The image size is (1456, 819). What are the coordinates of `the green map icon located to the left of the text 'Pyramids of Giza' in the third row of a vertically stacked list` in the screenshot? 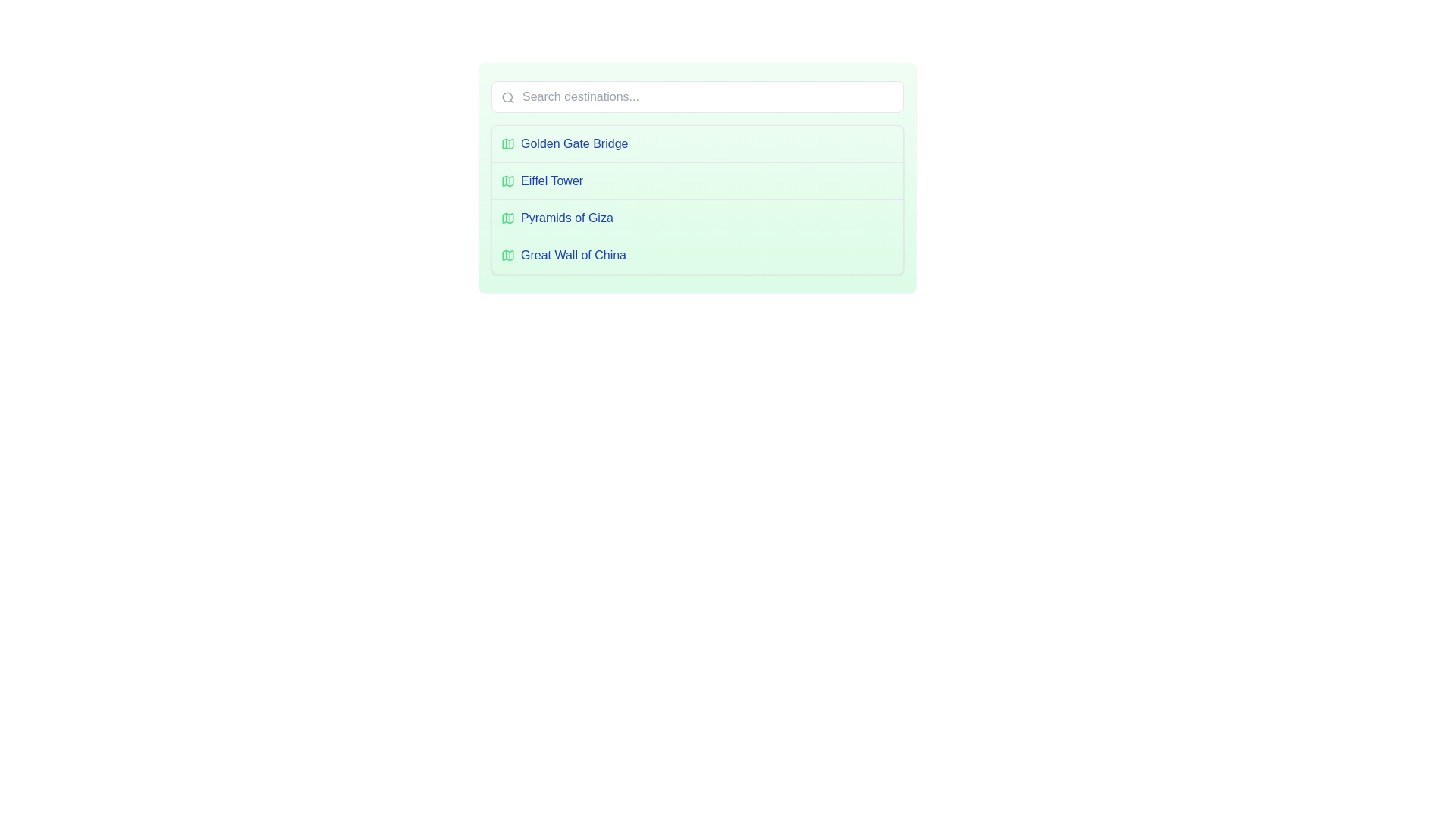 It's located at (508, 218).